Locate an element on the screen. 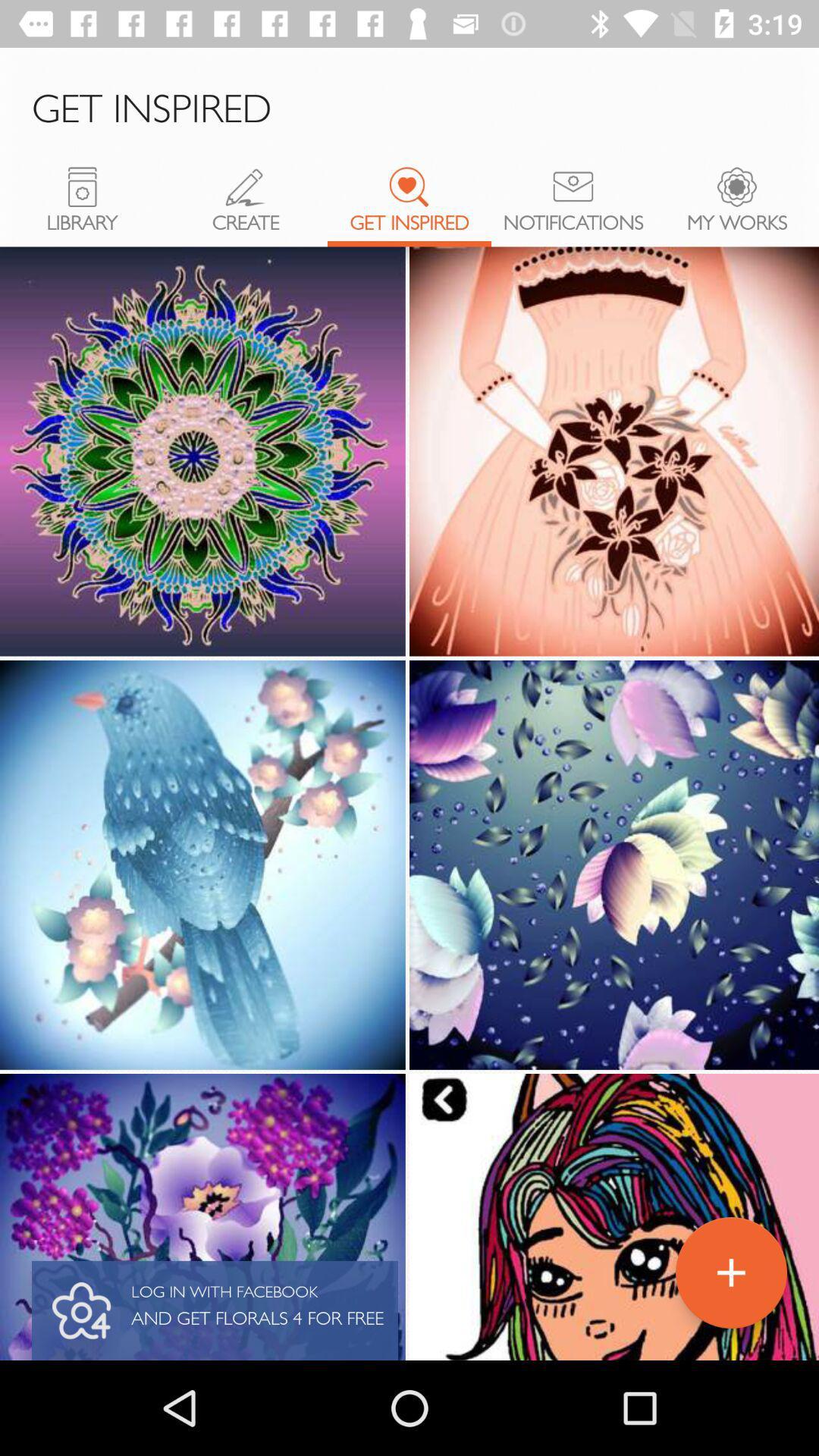 The width and height of the screenshot is (819, 1456). the add icon is located at coordinates (730, 1272).